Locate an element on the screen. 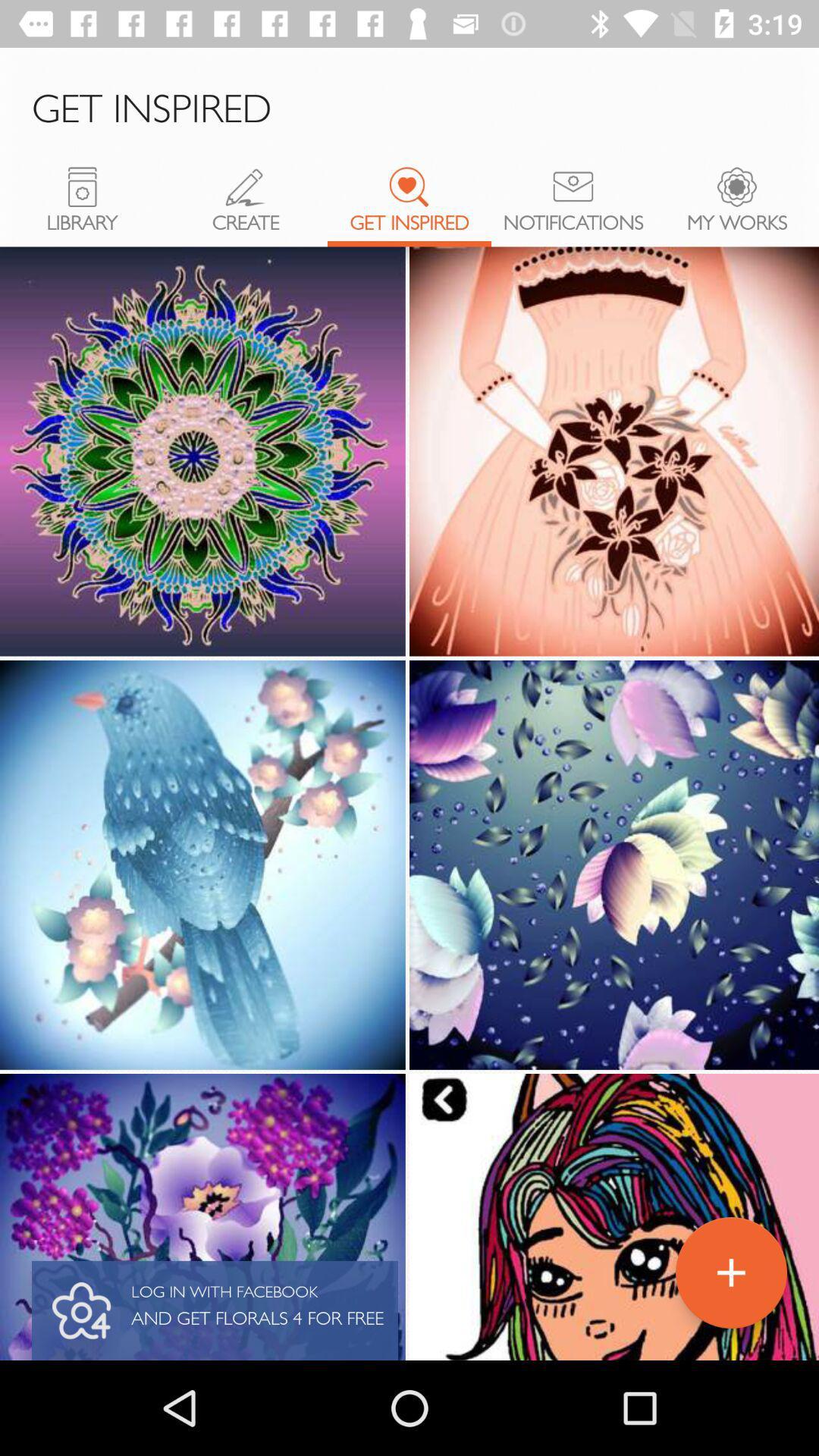 The width and height of the screenshot is (819, 1456). the add icon is located at coordinates (730, 1272).